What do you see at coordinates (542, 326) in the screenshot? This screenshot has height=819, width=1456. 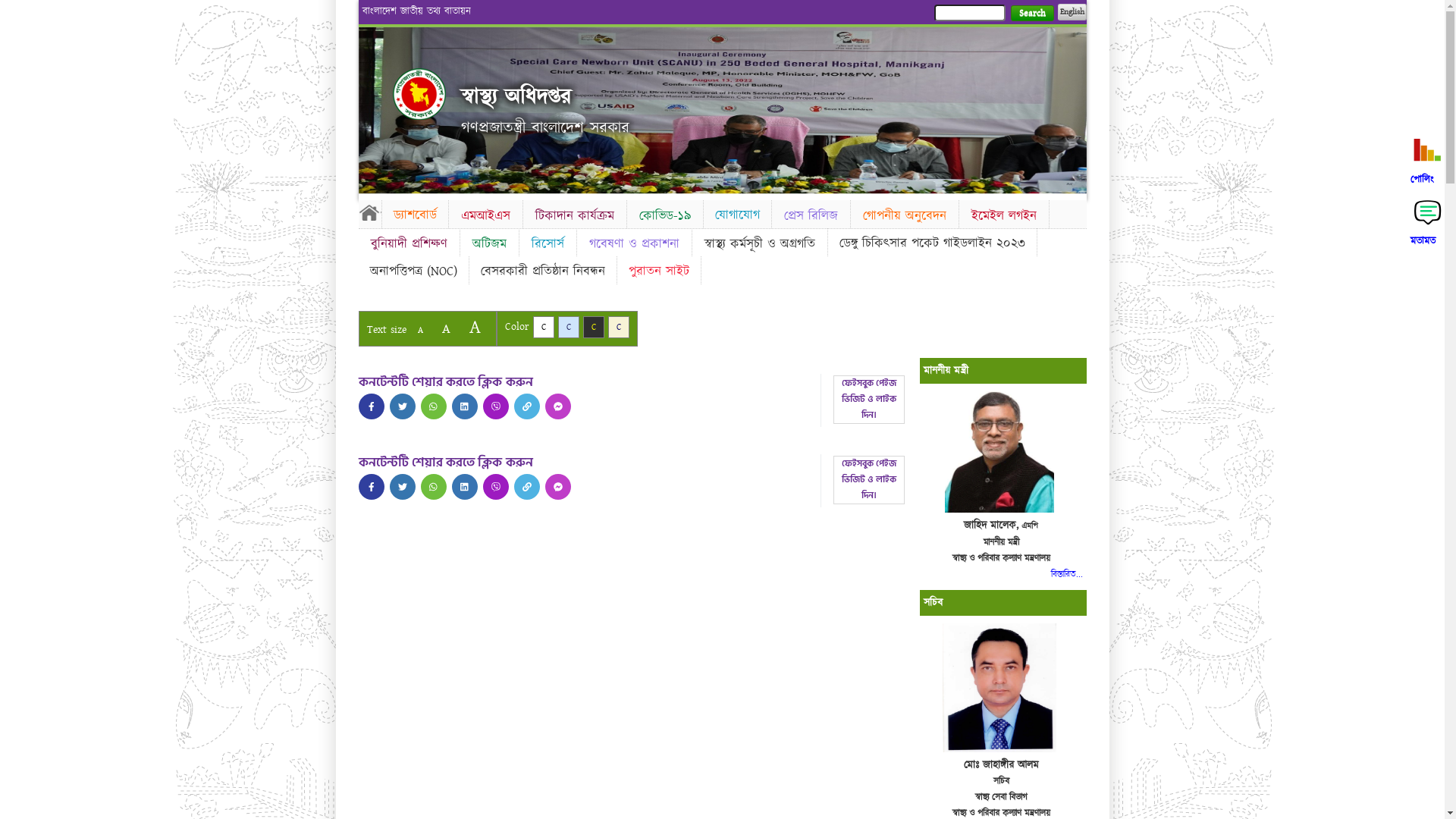 I see `'C'` at bounding box center [542, 326].